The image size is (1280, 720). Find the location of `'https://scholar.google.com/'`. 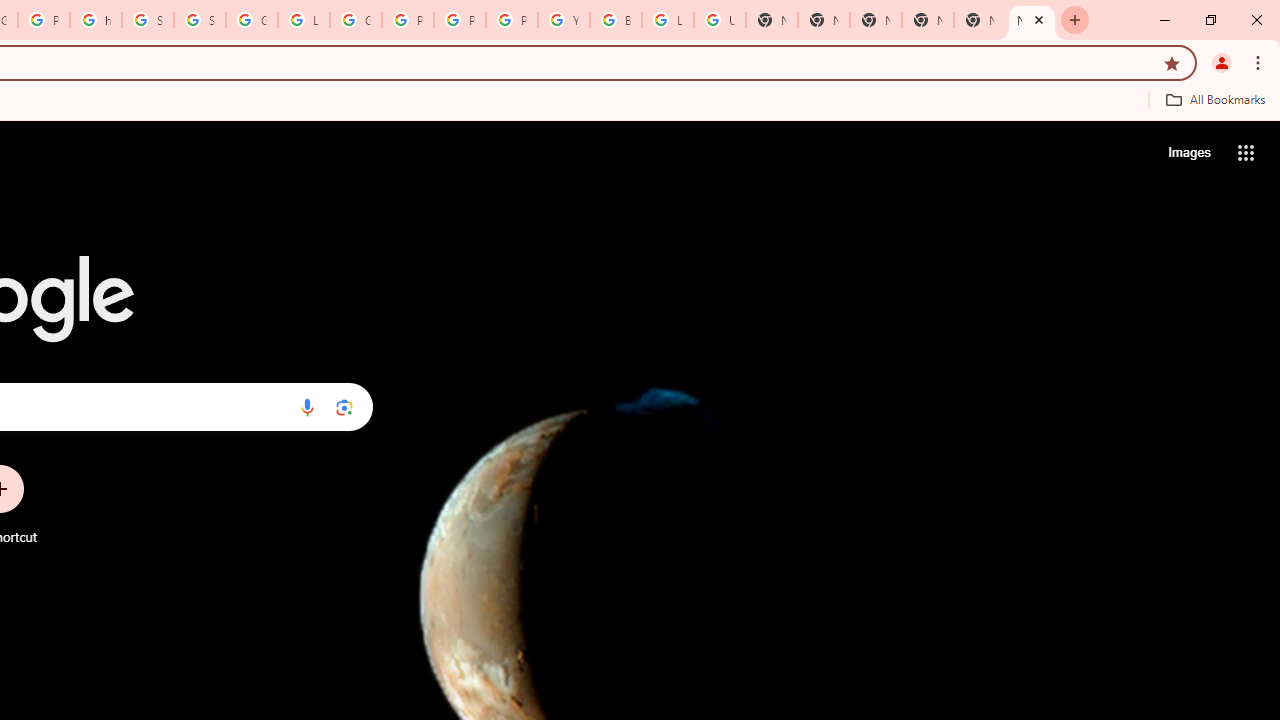

'https://scholar.google.com/' is located at coordinates (95, 20).